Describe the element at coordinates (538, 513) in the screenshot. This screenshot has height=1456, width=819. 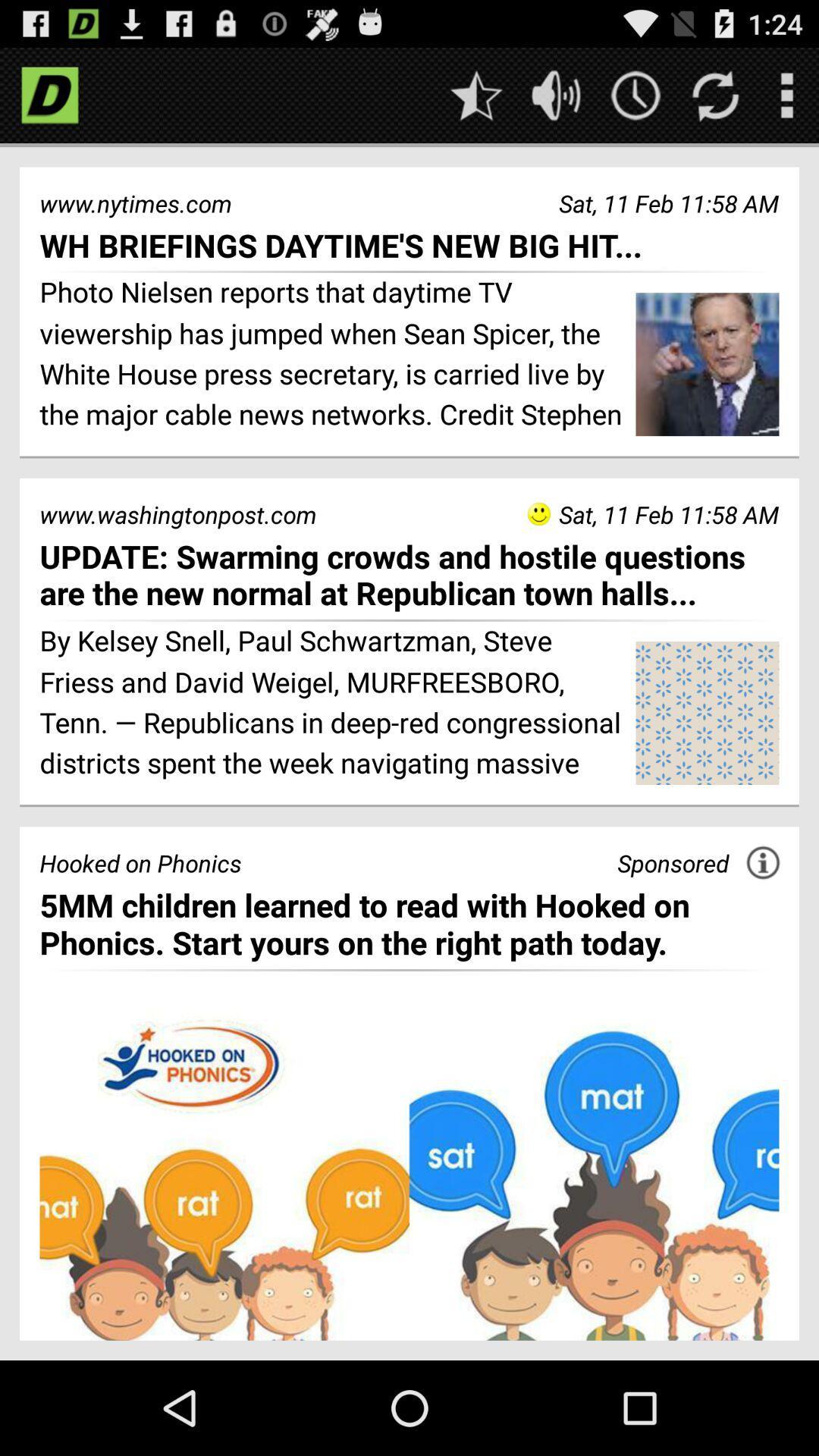
I see `item to the left of sat 11 feb item` at that location.